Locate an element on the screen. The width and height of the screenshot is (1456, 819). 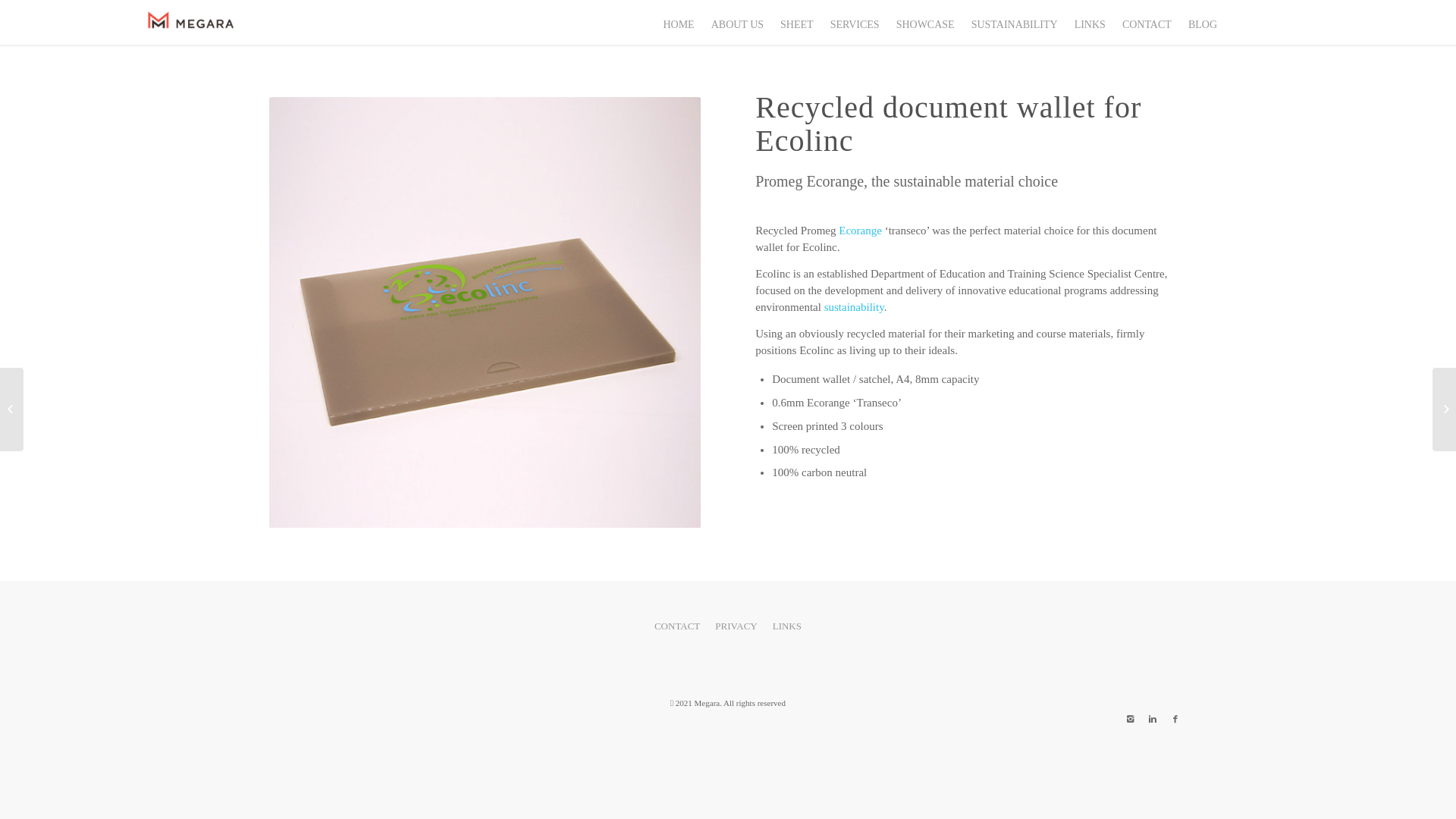
'BLOG' is located at coordinates (1200, 22).